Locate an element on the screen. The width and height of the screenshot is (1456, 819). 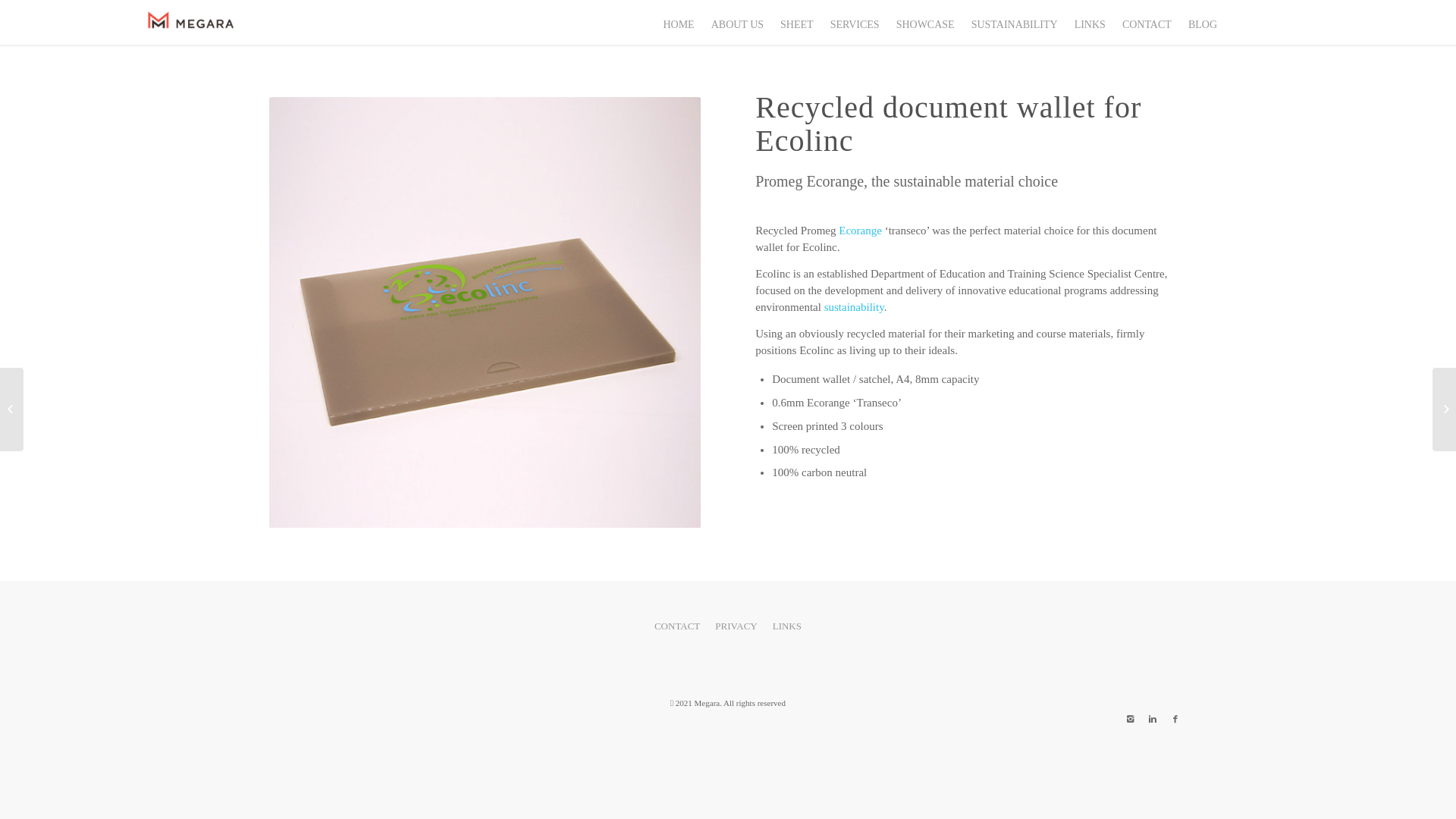
'BLOG' is located at coordinates (1200, 22).